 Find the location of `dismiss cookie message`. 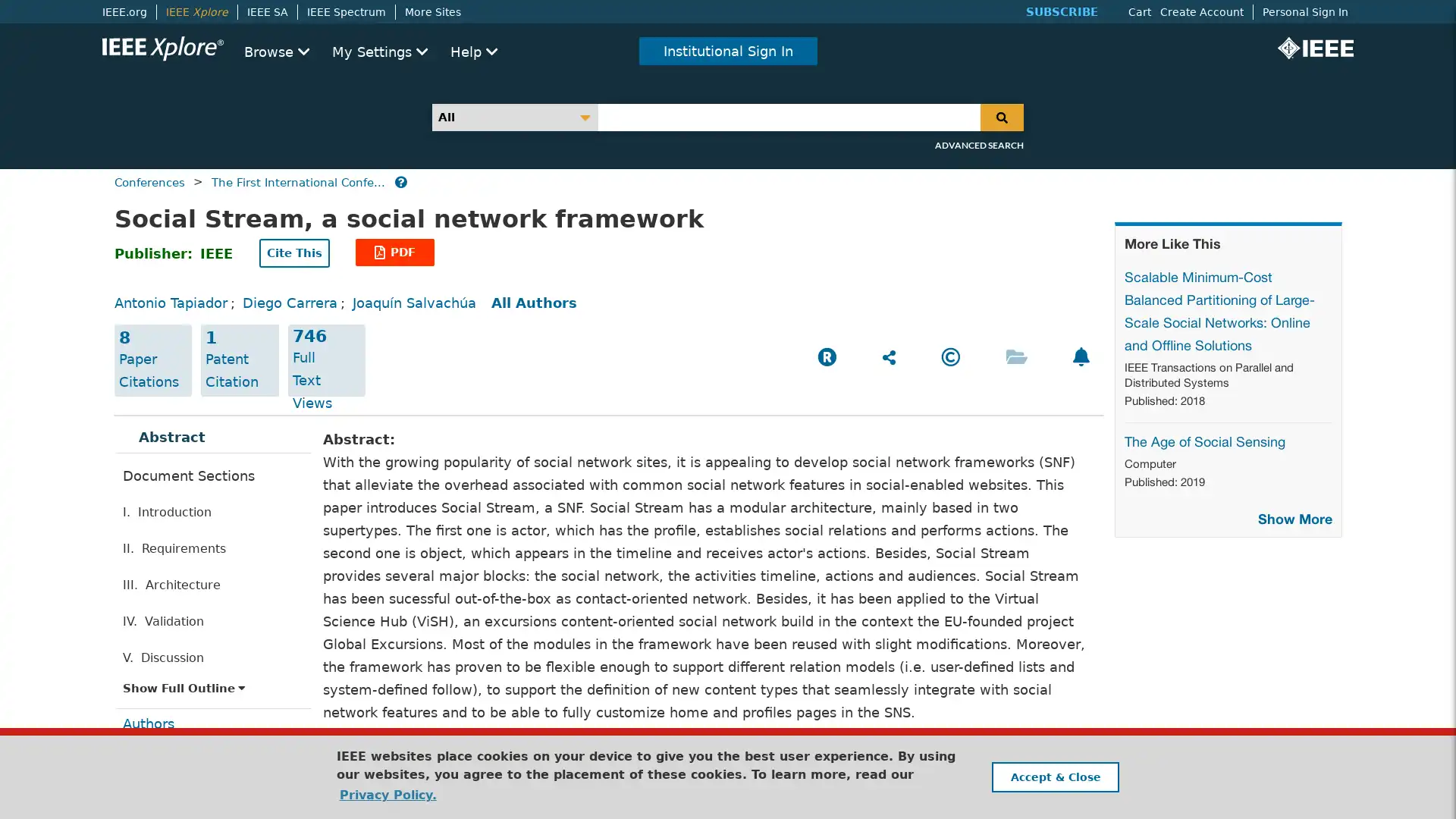

dismiss cookie message is located at coordinates (1054, 777).